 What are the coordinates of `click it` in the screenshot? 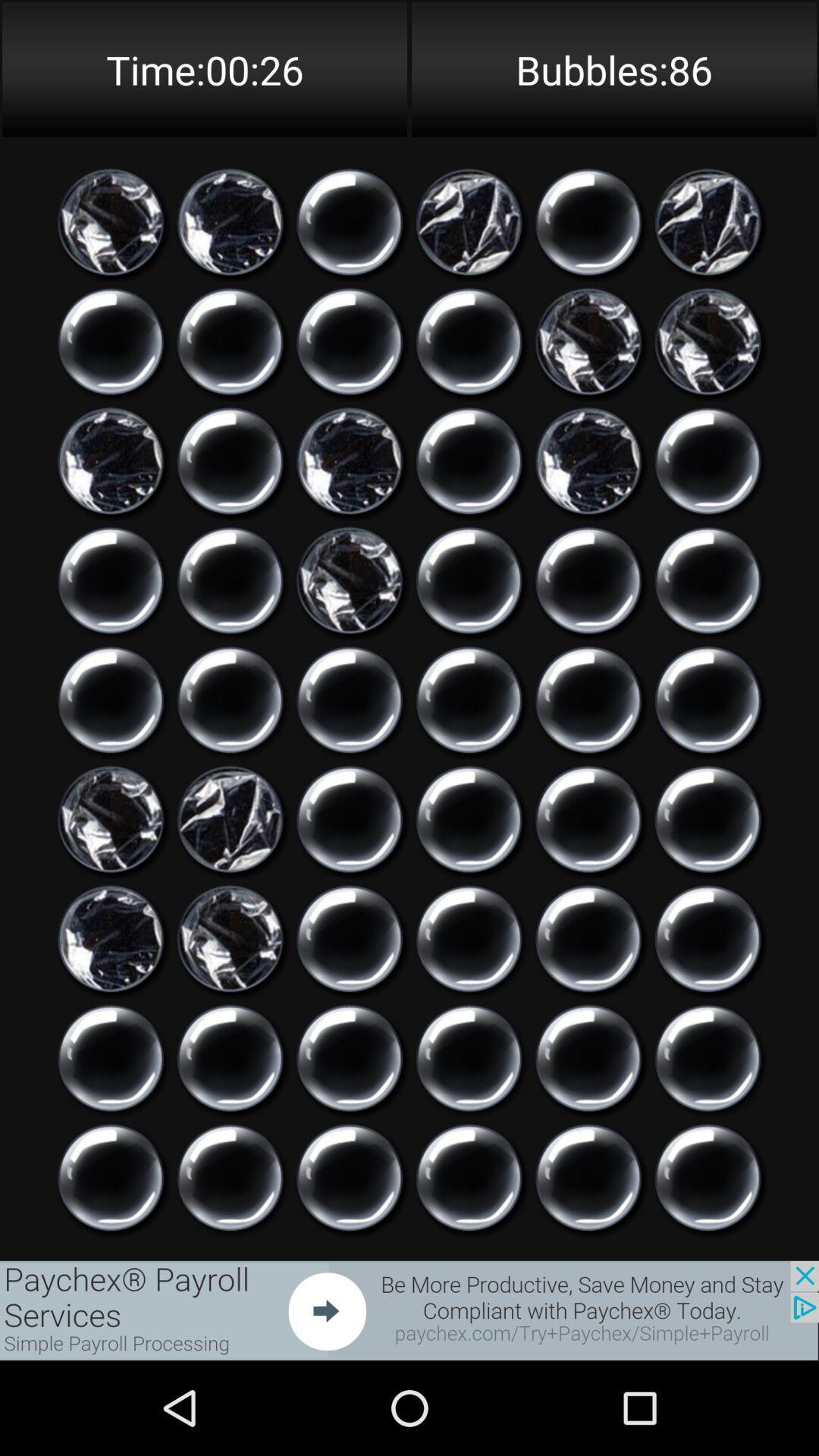 It's located at (468, 1177).